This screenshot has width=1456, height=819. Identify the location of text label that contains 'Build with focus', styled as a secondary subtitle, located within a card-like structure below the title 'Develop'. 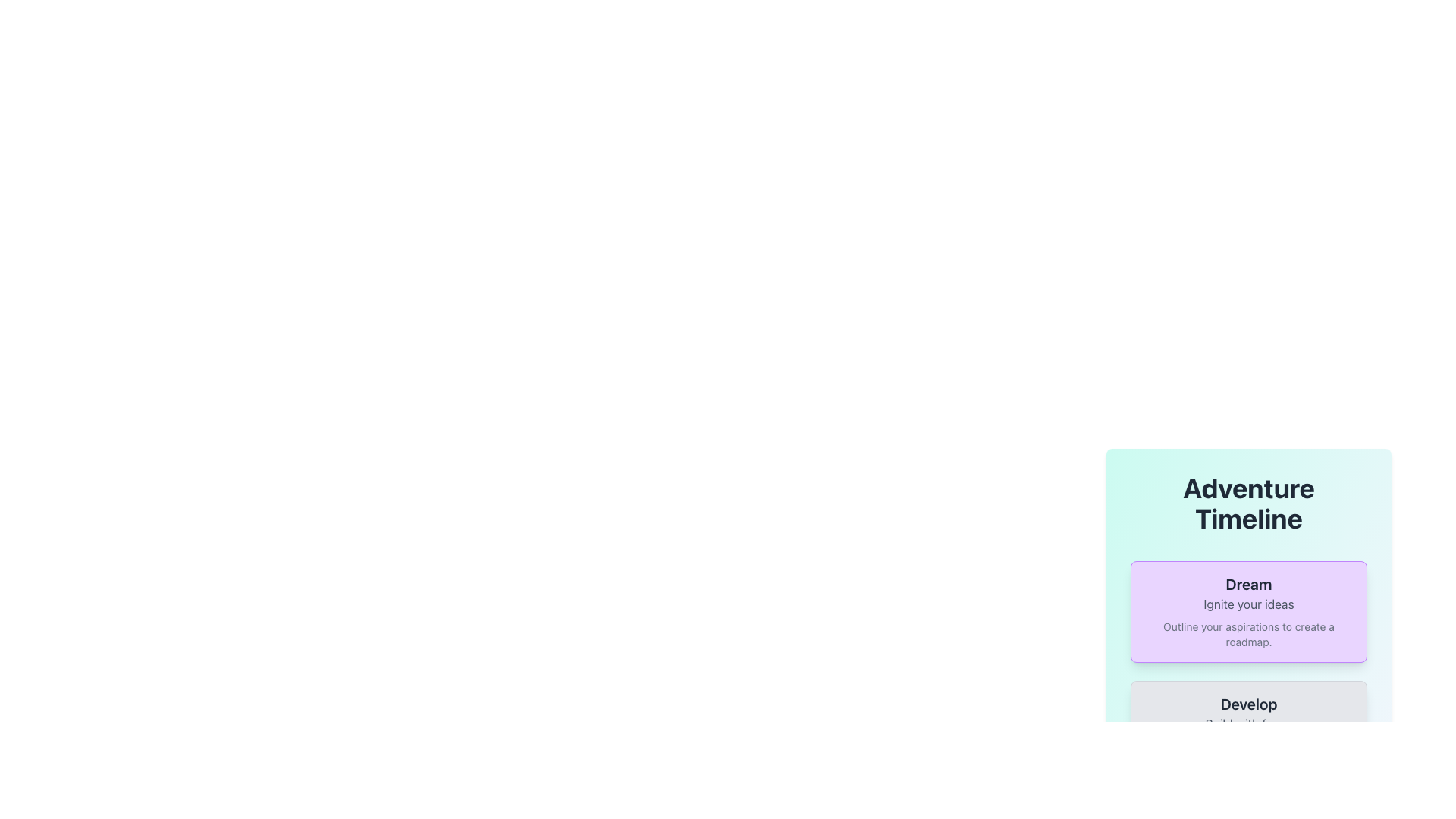
(1248, 723).